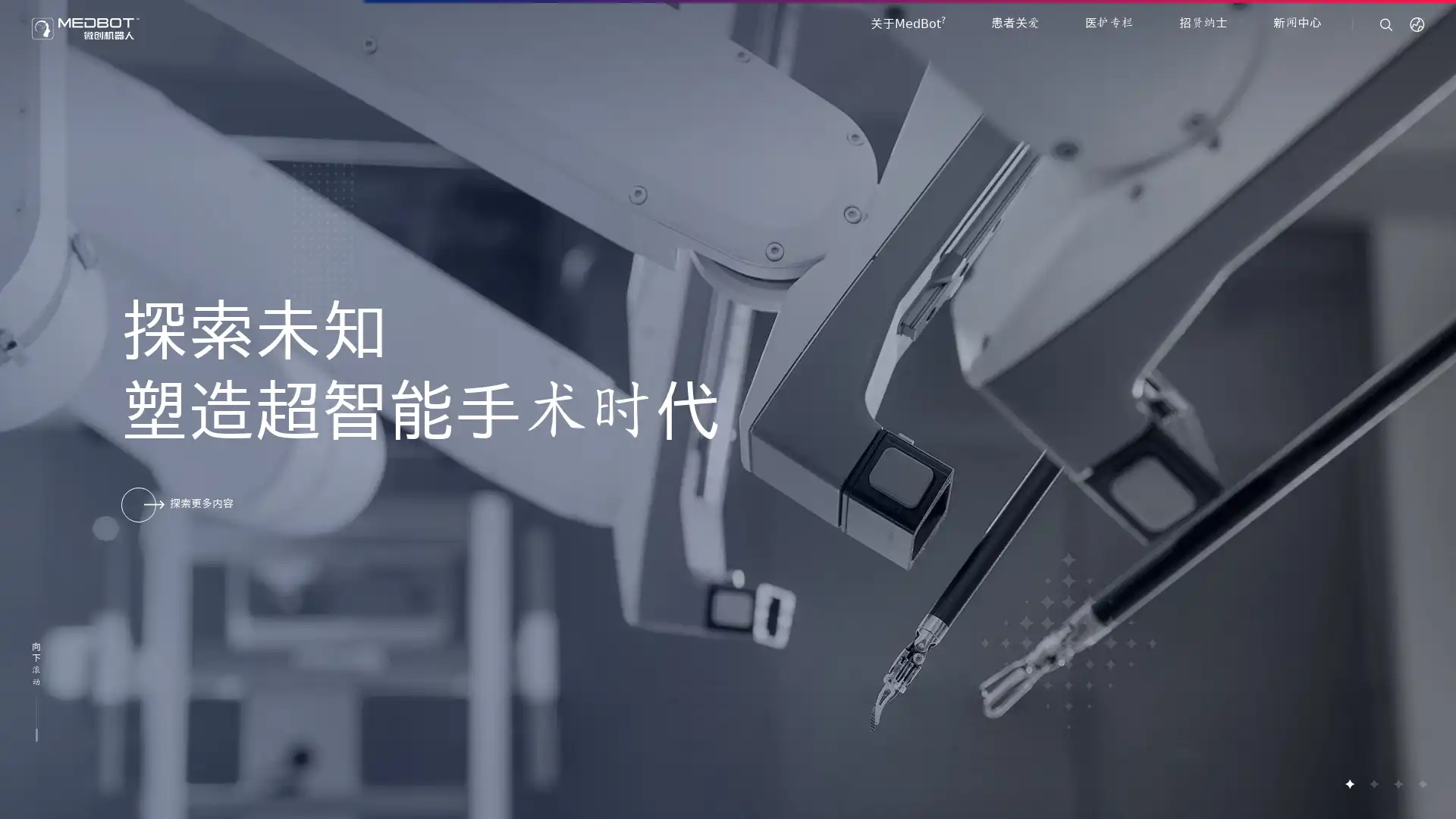 This screenshot has height=819, width=1456. What do you see at coordinates (1421, 783) in the screenshot?
I see `Go to slide 4` at bounding box center [1421, 783].